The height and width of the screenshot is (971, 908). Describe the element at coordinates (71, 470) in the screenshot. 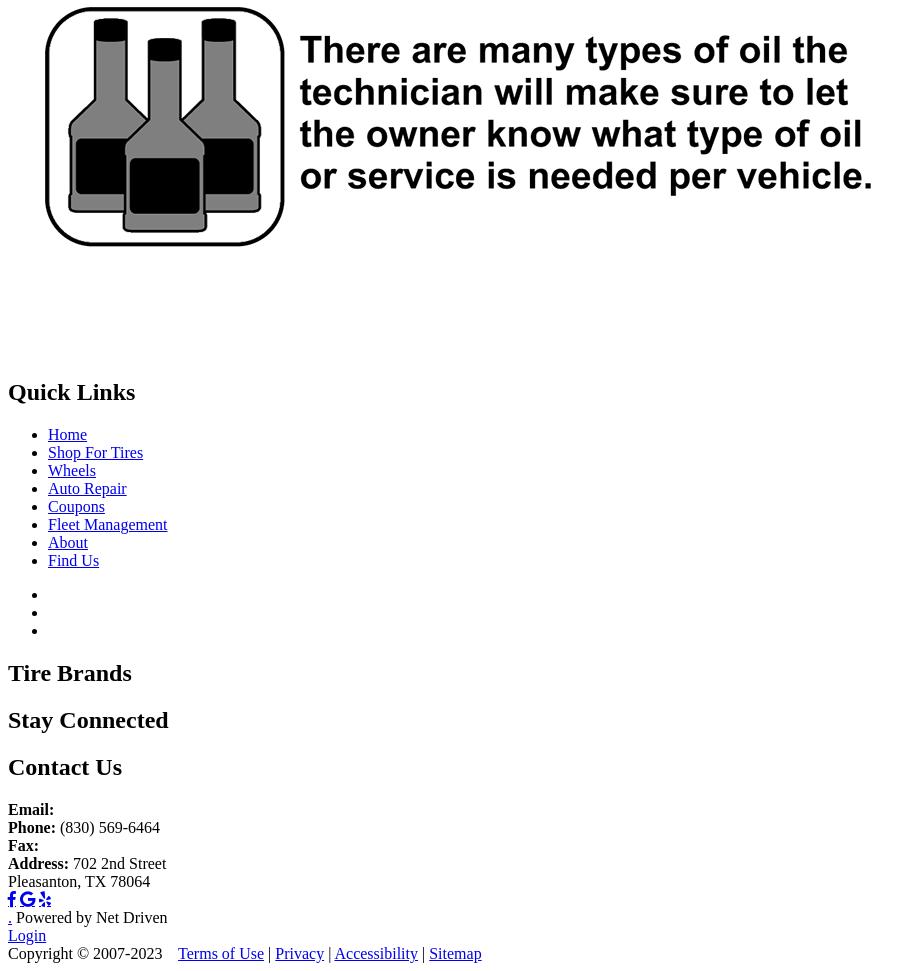

I see `'Wheels'` at that location.